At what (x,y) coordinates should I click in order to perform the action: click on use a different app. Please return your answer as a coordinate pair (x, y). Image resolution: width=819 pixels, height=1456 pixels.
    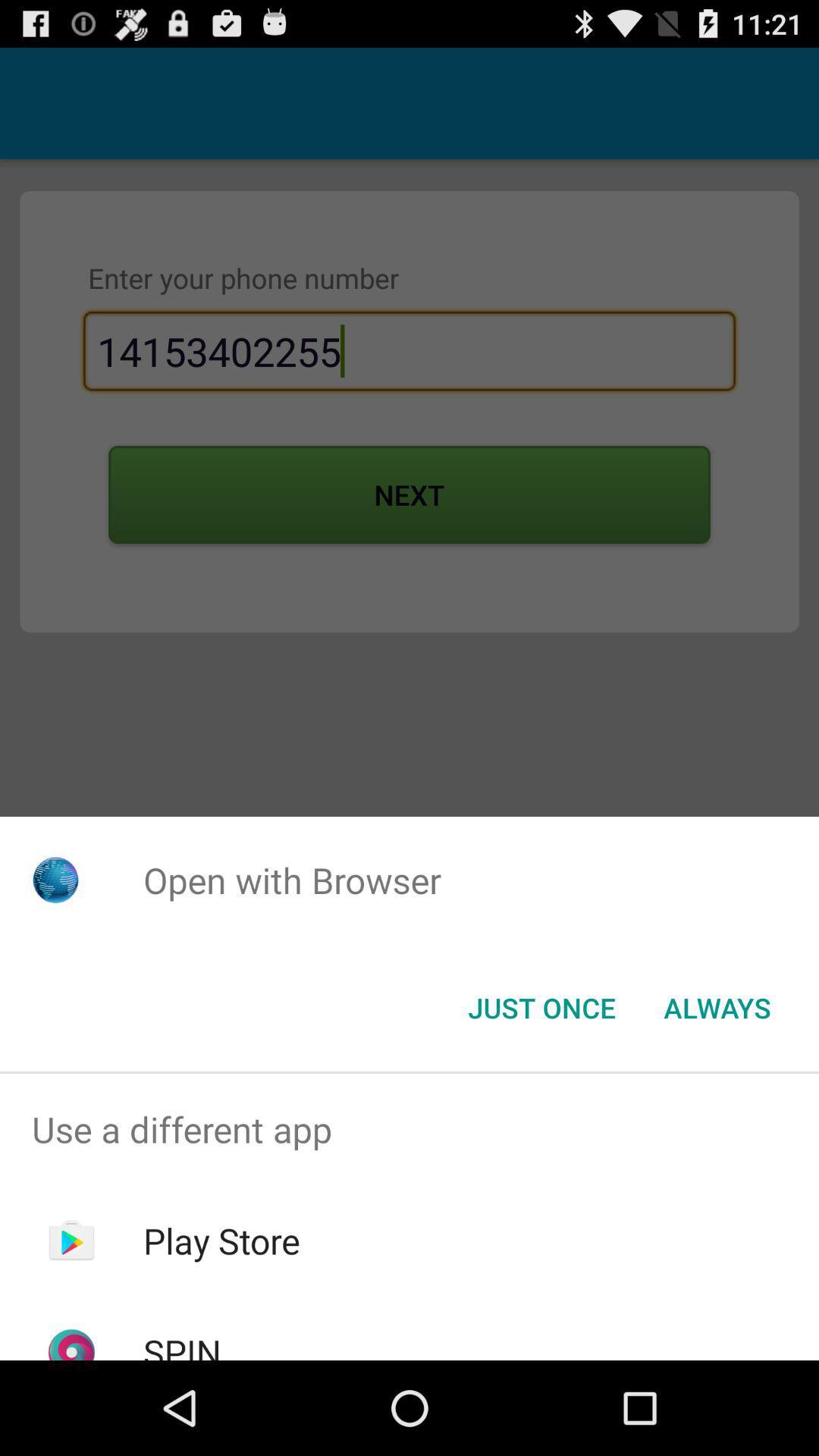
    Looking at the image, I should click on (409, 1129).